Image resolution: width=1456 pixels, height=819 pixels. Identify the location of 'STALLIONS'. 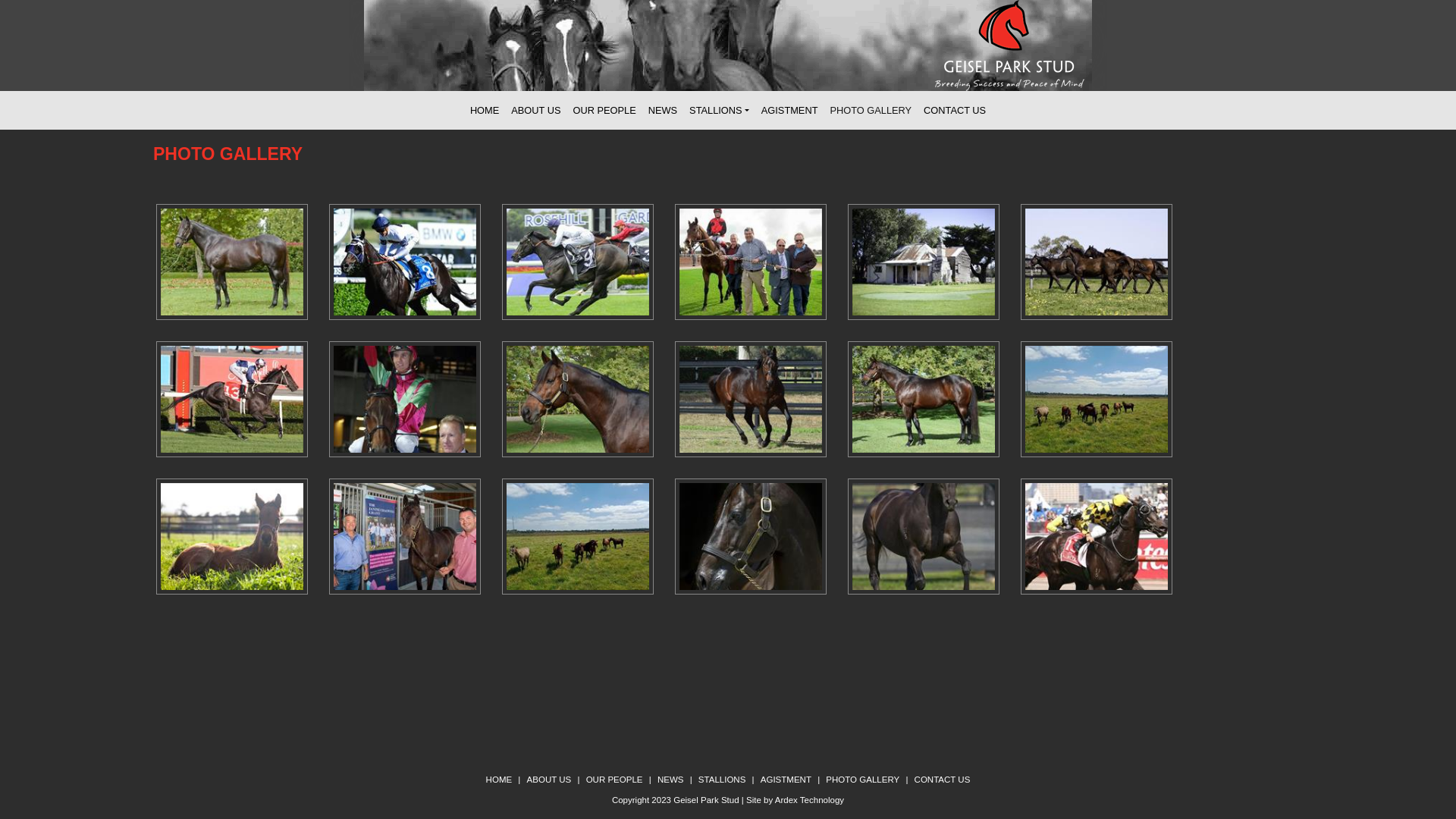
(698, 780).